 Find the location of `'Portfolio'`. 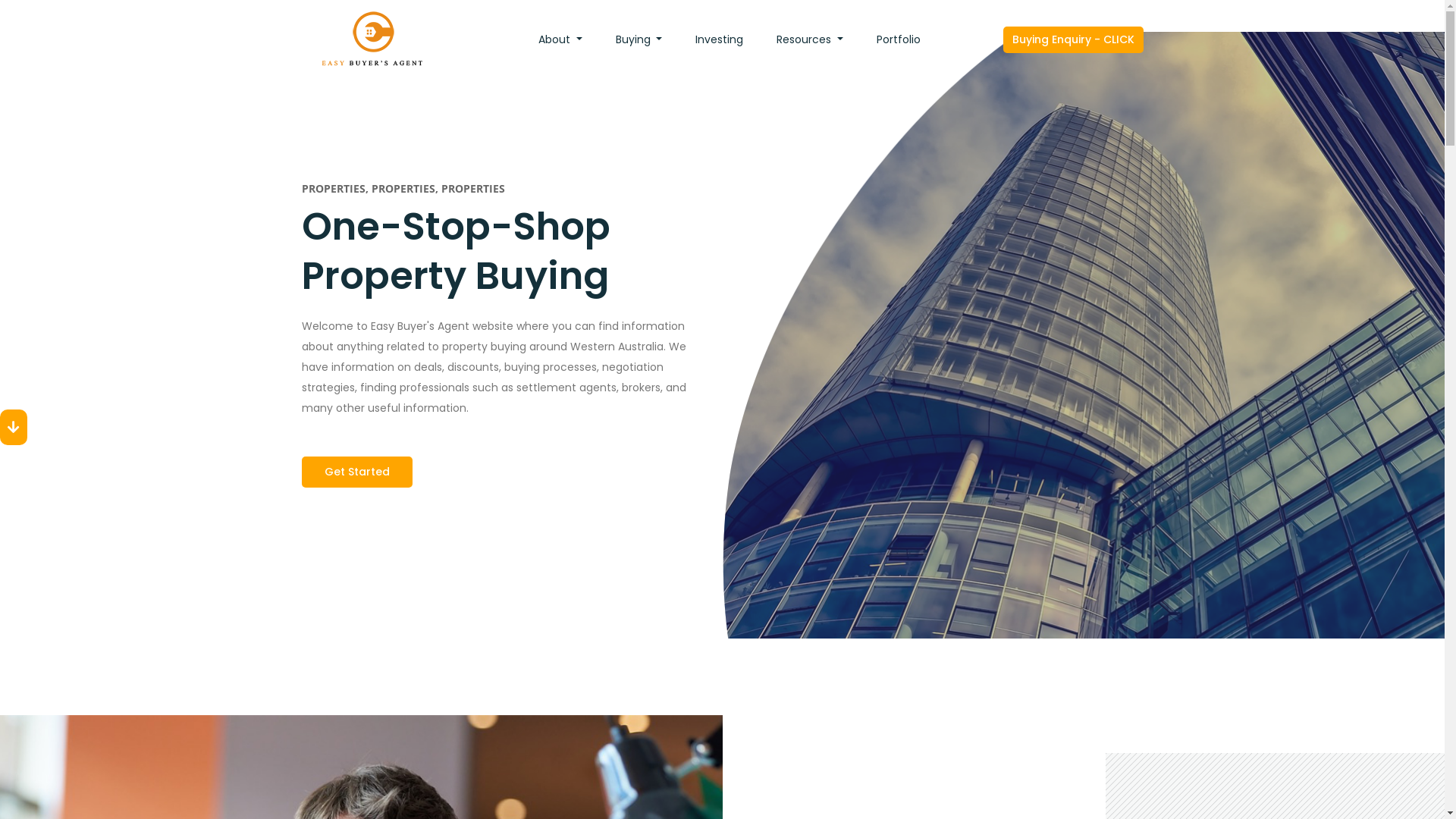

'Portfolio' is located at coordinates (899, 39).